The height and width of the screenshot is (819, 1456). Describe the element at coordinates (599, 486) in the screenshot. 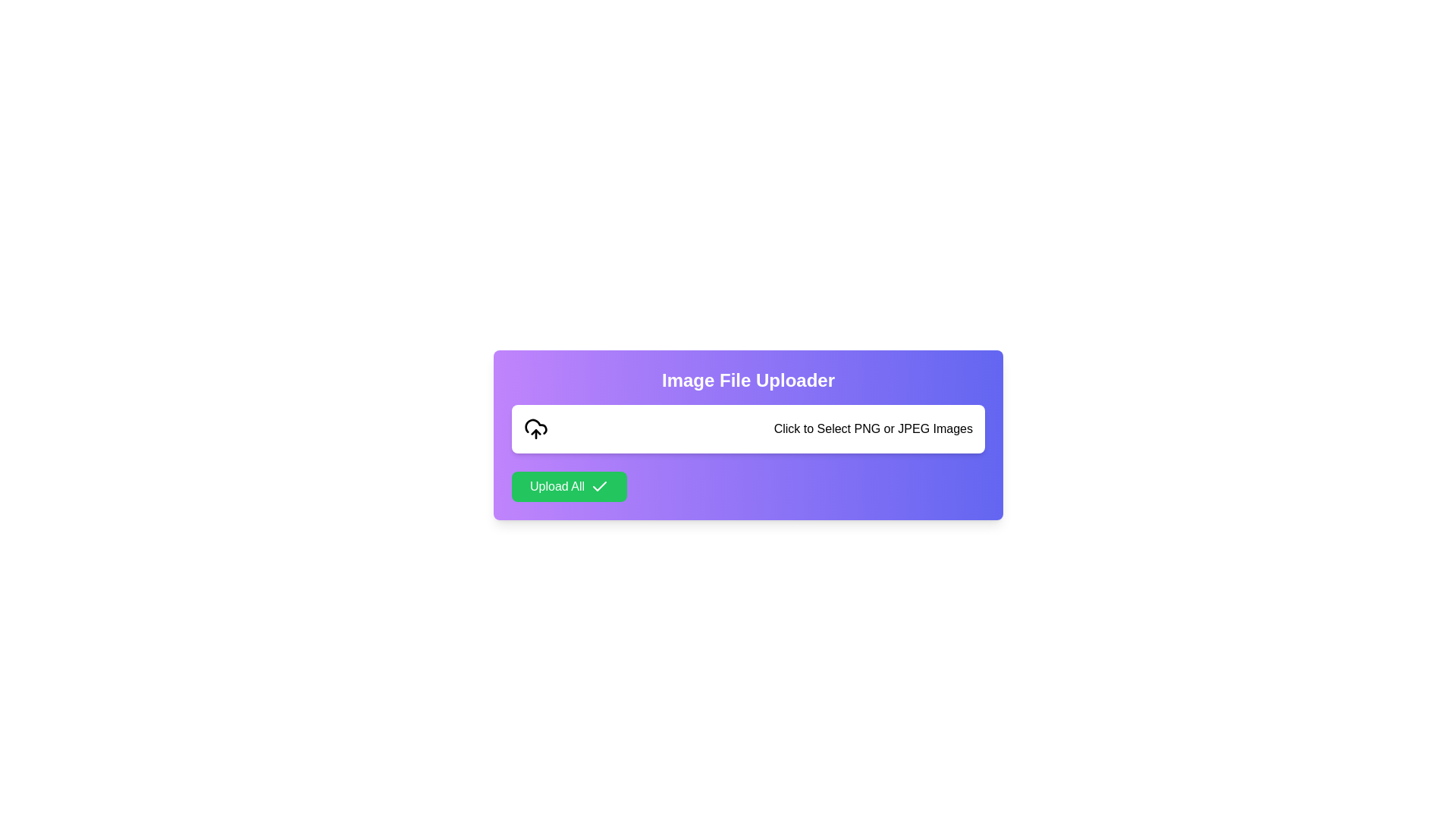

I see `the checkmark icon located on the right side of the 'Upload All' button within the green button in the bottom left of the gradient card area titled 'Image File Uploader'` at that location.